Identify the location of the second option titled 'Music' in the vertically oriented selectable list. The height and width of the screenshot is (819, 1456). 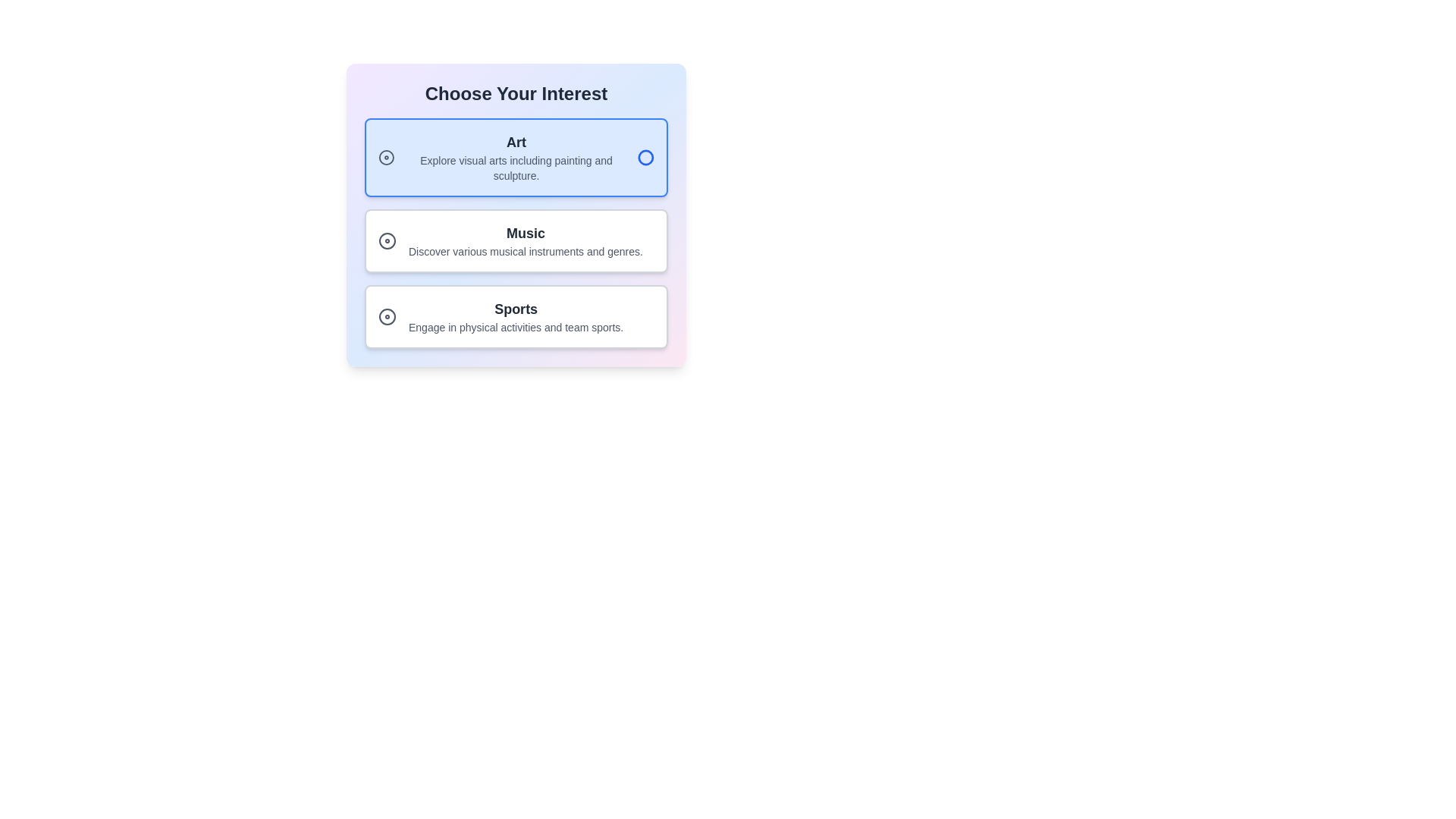
(516, 215).